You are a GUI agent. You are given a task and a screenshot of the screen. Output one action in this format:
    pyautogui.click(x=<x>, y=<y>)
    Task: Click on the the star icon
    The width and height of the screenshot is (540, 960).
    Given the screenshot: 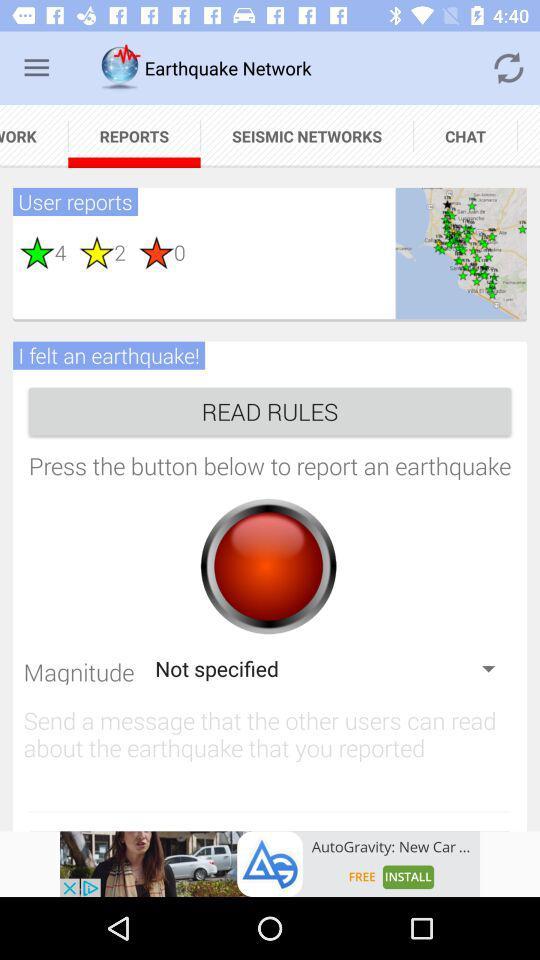 What is the action you would take?
    pyautogui.click(x=37, y=251)
    